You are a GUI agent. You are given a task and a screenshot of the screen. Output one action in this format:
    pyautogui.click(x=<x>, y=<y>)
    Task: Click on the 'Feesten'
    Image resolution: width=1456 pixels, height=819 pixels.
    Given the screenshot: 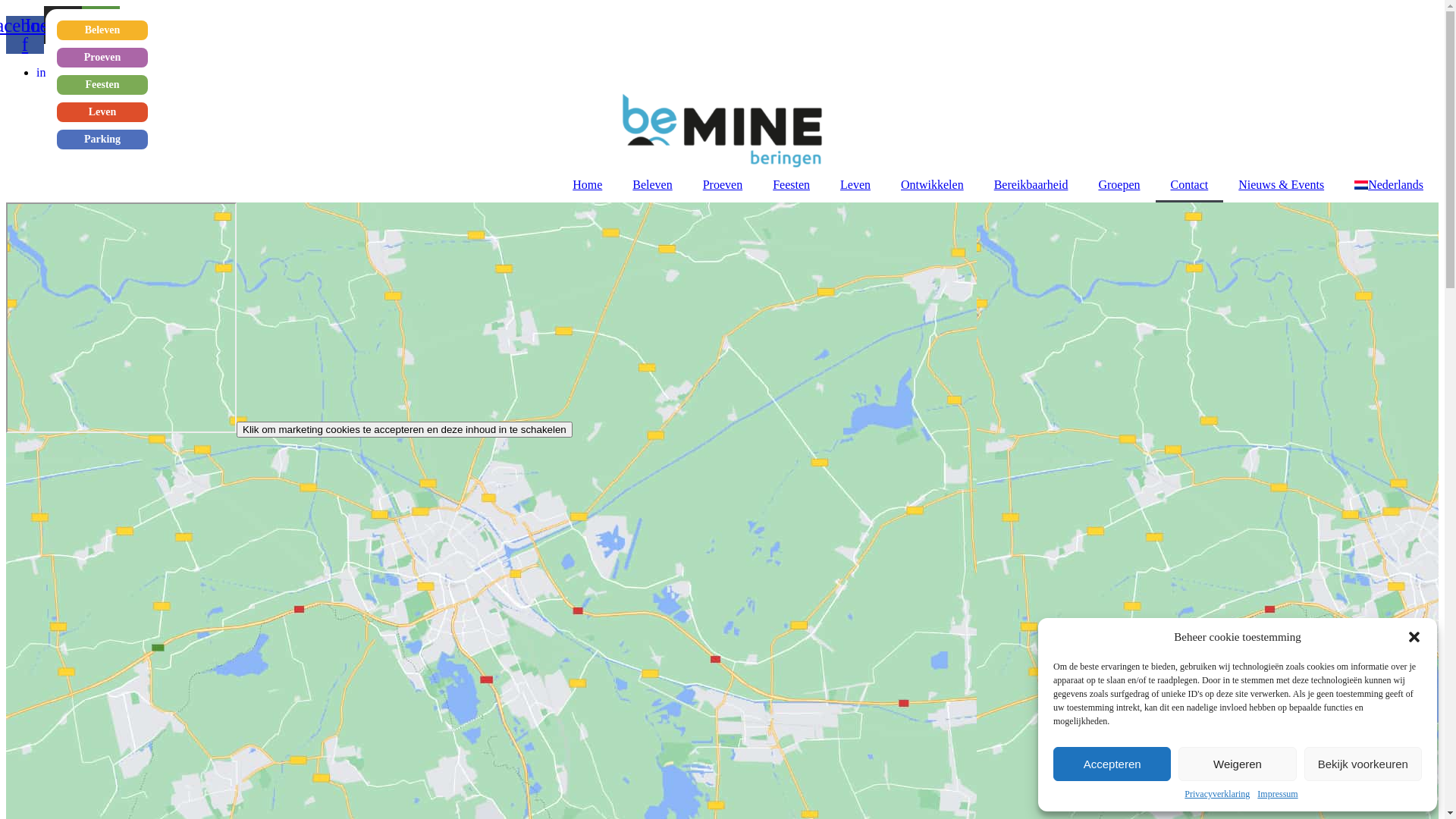 What is the action you would take?
    pyautogui.click(x=757, y=184)
    